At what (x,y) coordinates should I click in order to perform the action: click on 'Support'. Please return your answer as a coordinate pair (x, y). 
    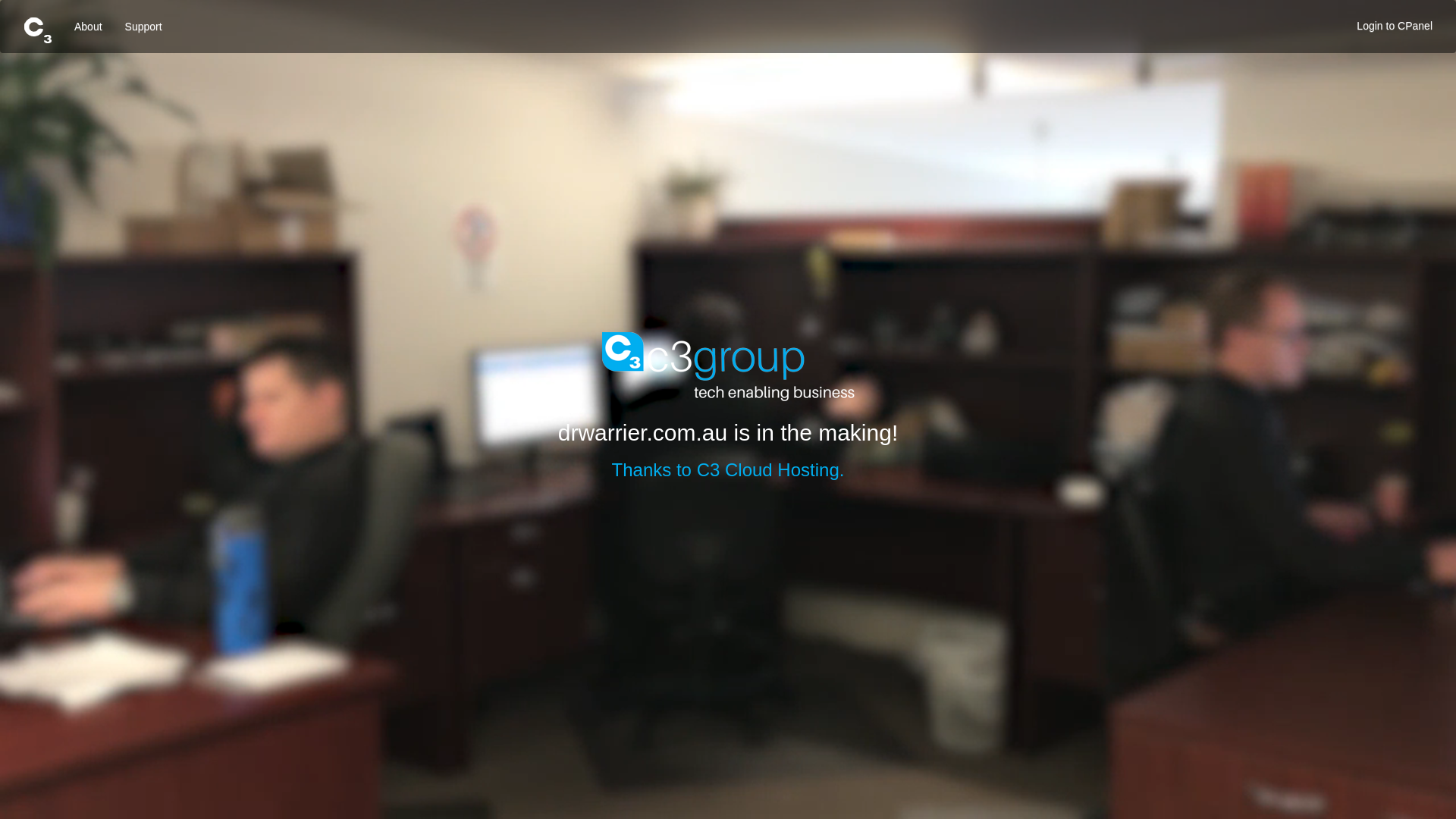
    Looking at the image, I should click on (143, 26).